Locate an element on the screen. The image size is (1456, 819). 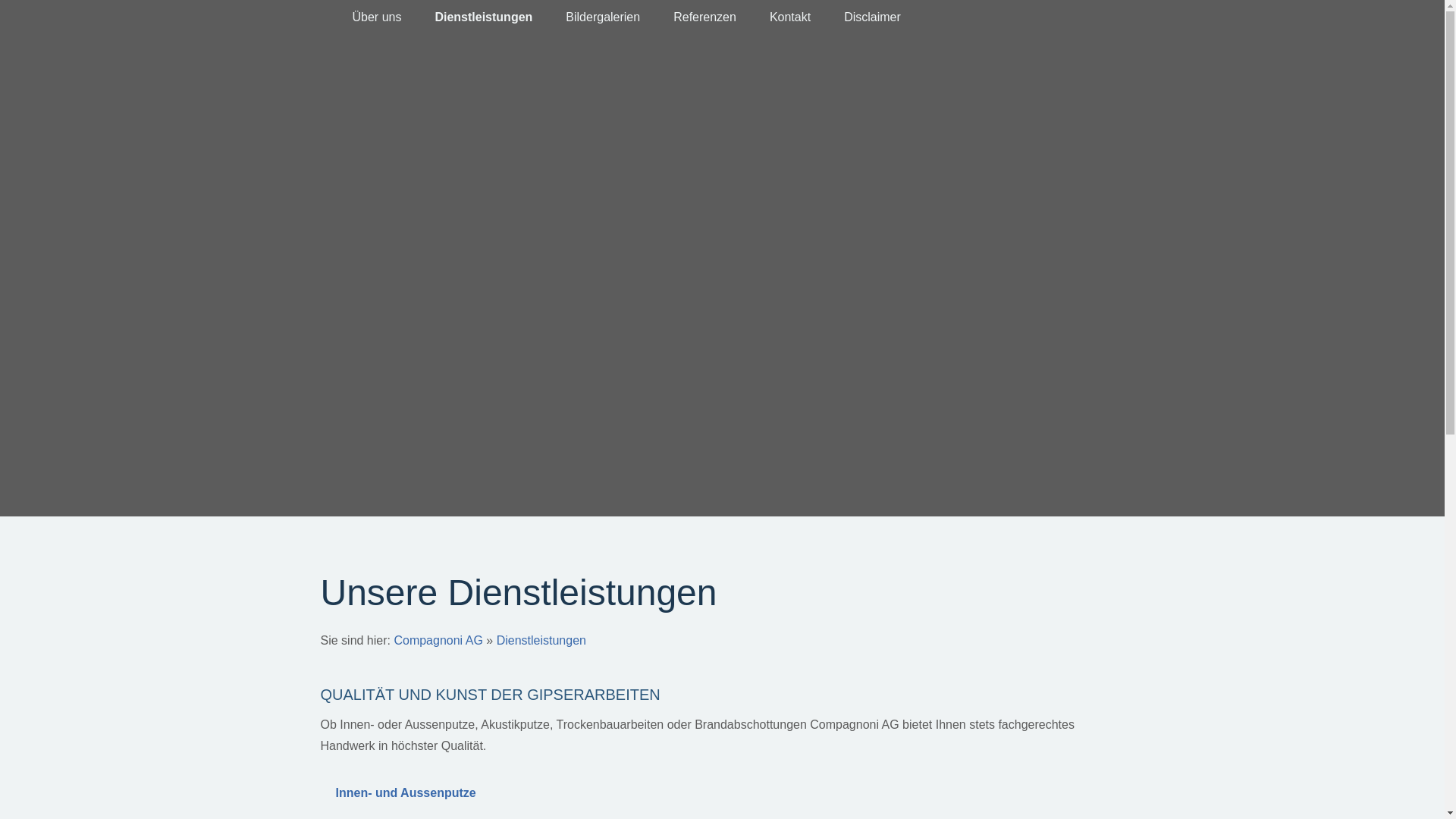
'Compagnoni AG' is located at coordinates (437, 640).